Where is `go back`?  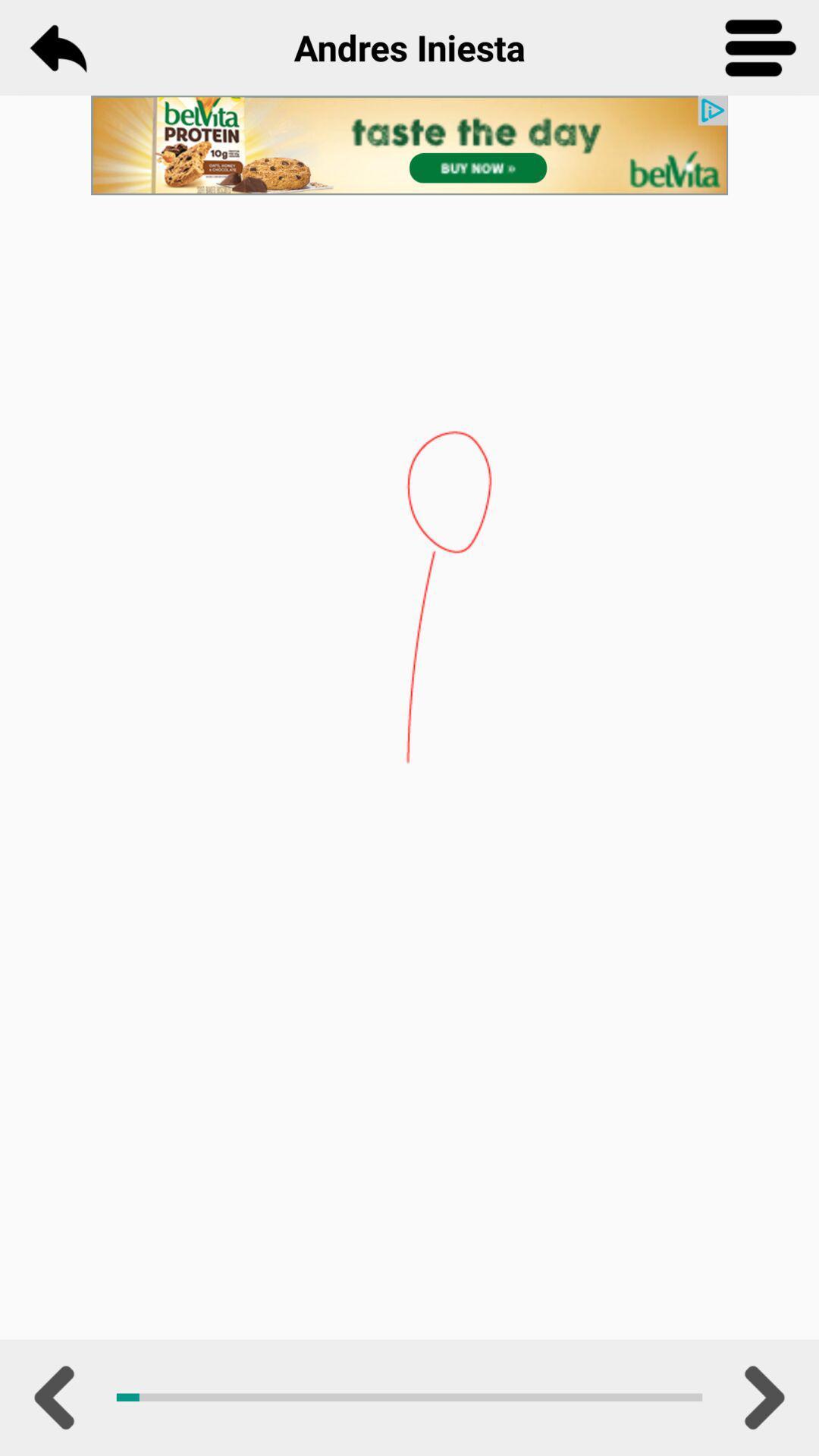
go back is located at coordinates (57, 47).